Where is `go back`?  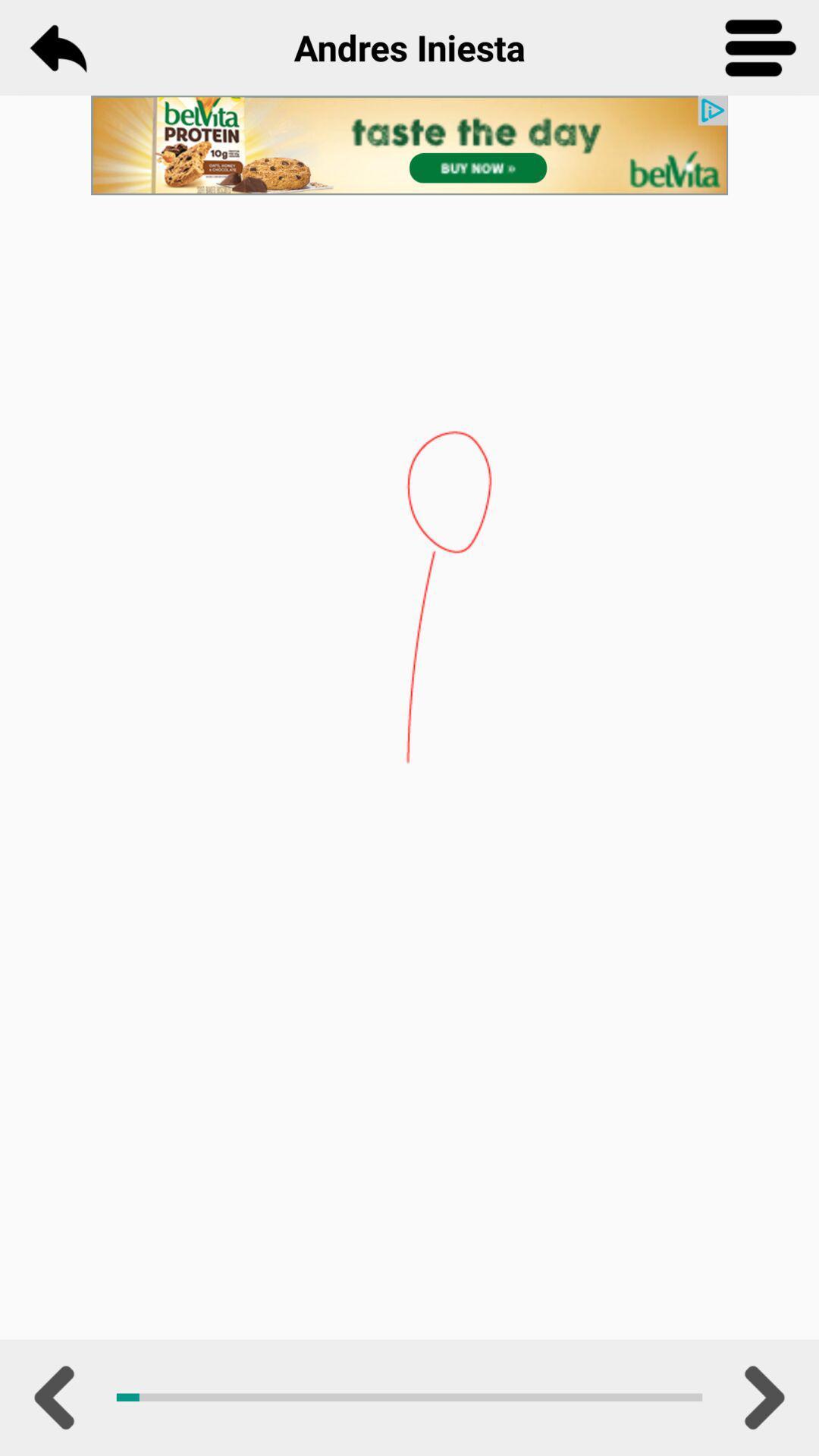
go back is located at coordinates (57, 47).